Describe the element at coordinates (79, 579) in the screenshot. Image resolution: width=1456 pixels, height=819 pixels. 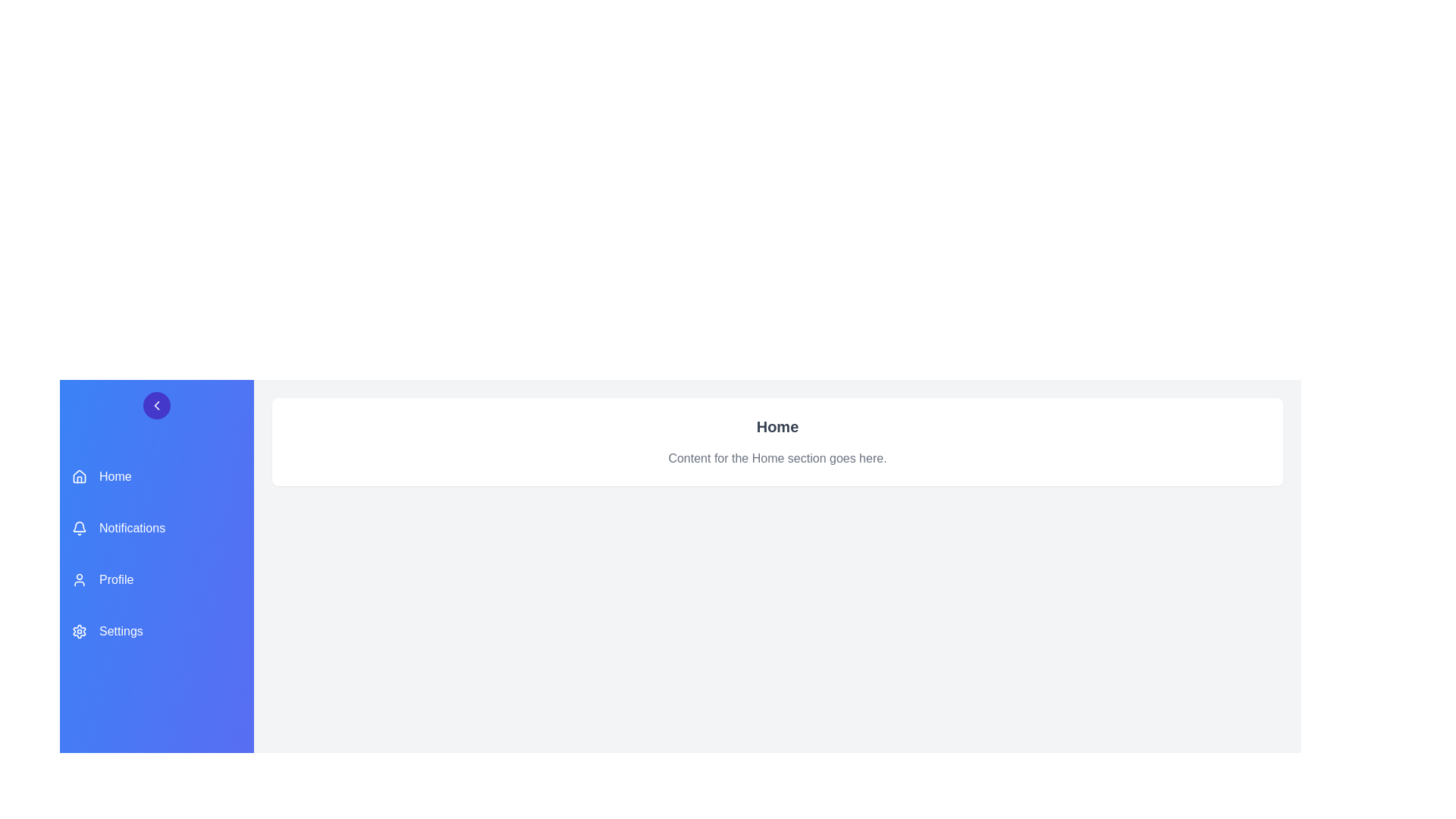
I see `the 'Profile' icon in the vertical navigation menu, which is the third icon from the top and located to the left of the 'Profile' label text` at that location.